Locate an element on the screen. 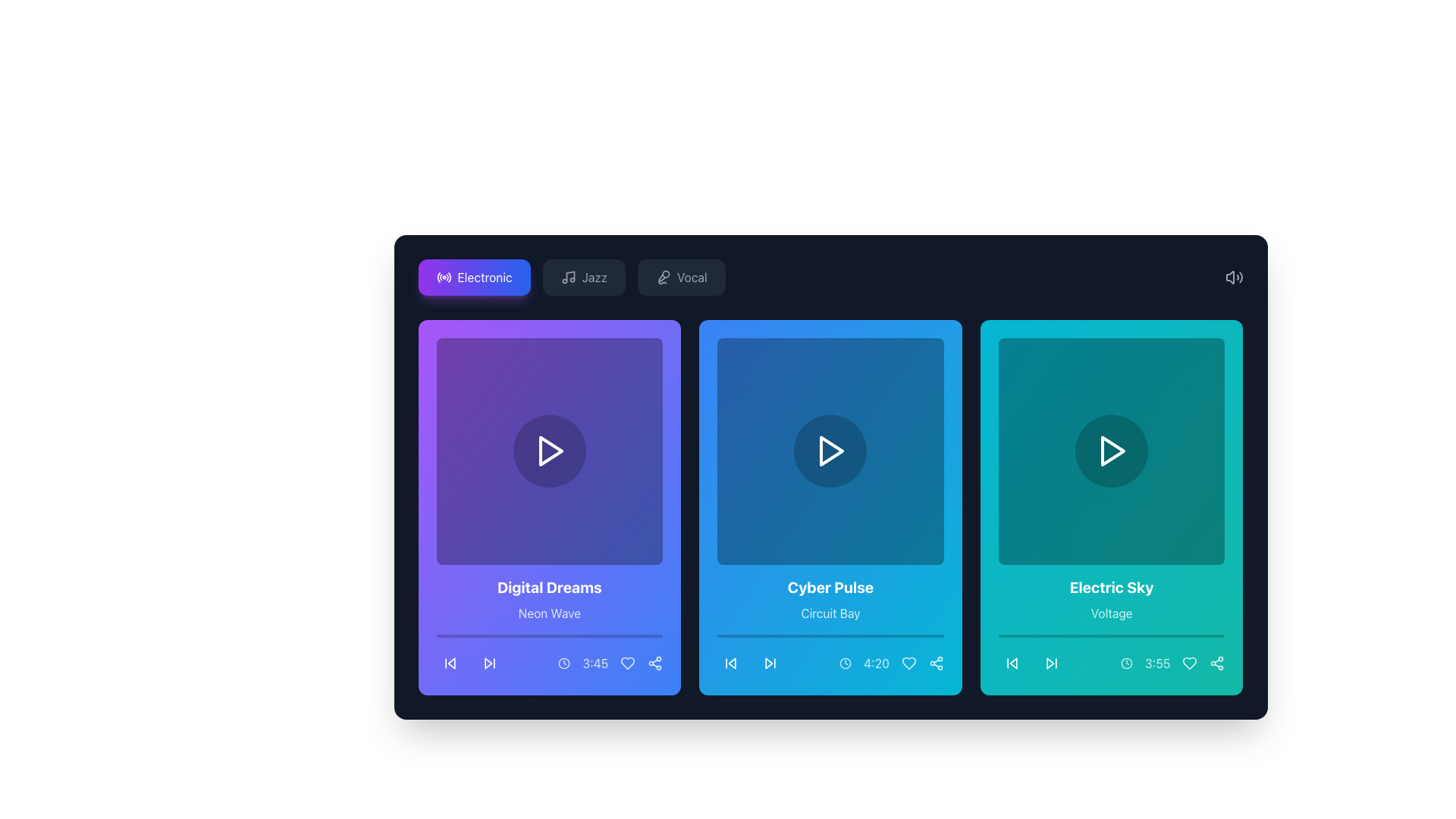 The height and width of the screenshot is (819, 1456). the play button with a rounded square shape, gradient background from purple to blue, and a white play icon in the center is located at coordinates (548, 450).